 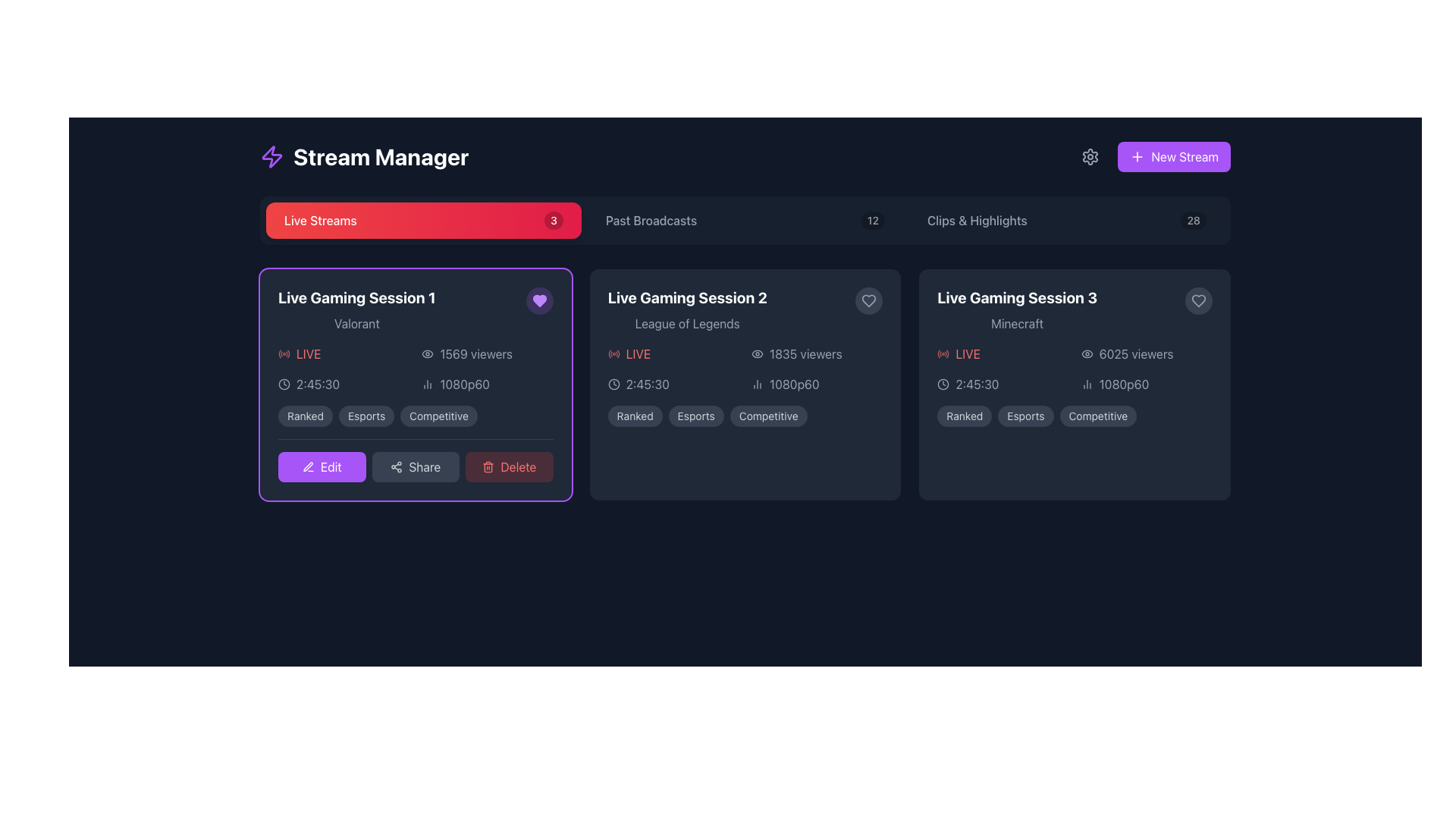 What do you see at coordinates (816, 353) in the screenshot?
I see `the '1835 viewers' text label with eye icon in the second card of the 'Live Gaming Session 2' segment` at bounding box center [816, 353].